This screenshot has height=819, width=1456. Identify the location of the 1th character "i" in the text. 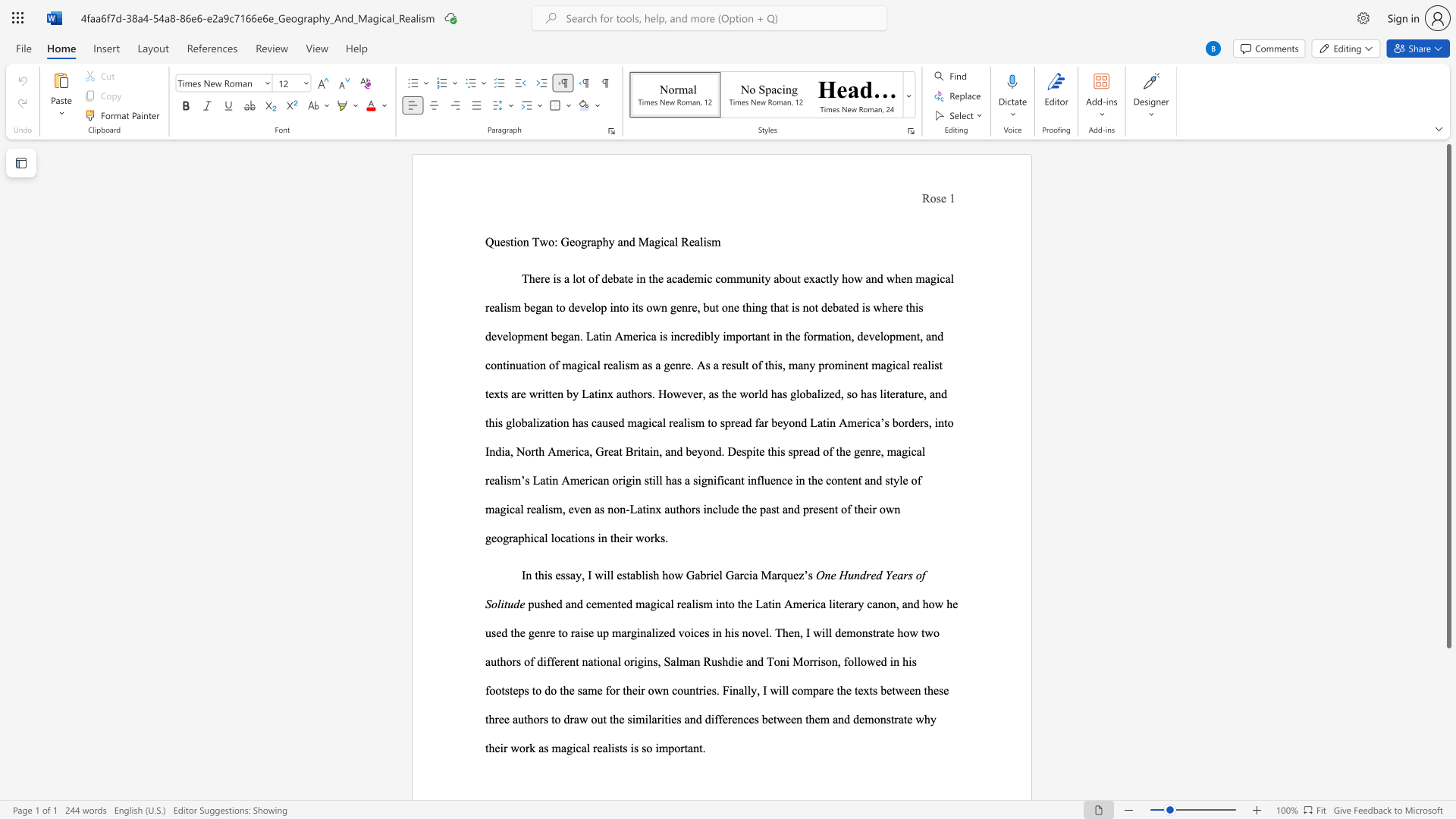
(891, 661).